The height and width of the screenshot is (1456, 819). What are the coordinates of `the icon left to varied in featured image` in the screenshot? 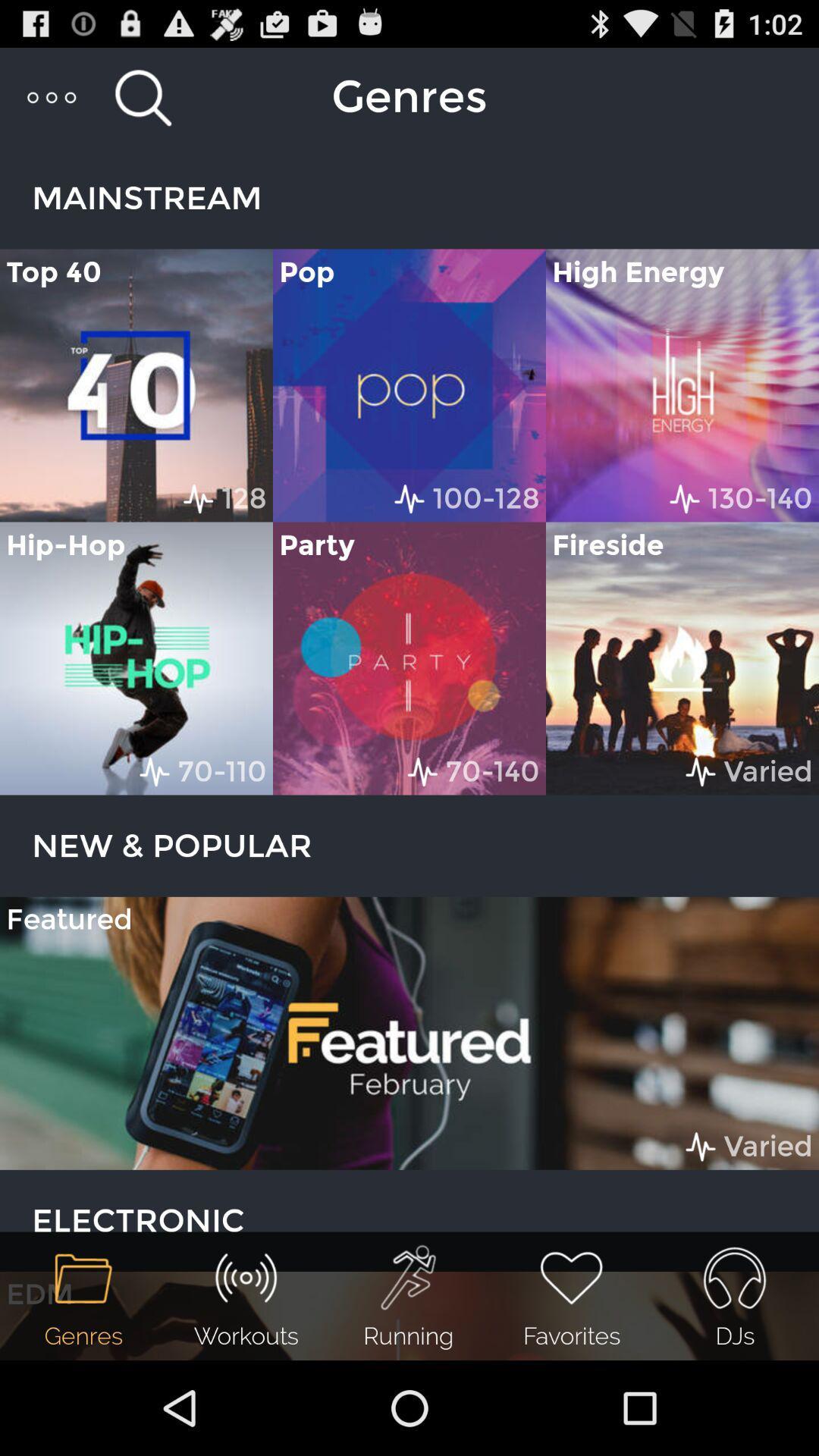 It's located at (701, 1147).